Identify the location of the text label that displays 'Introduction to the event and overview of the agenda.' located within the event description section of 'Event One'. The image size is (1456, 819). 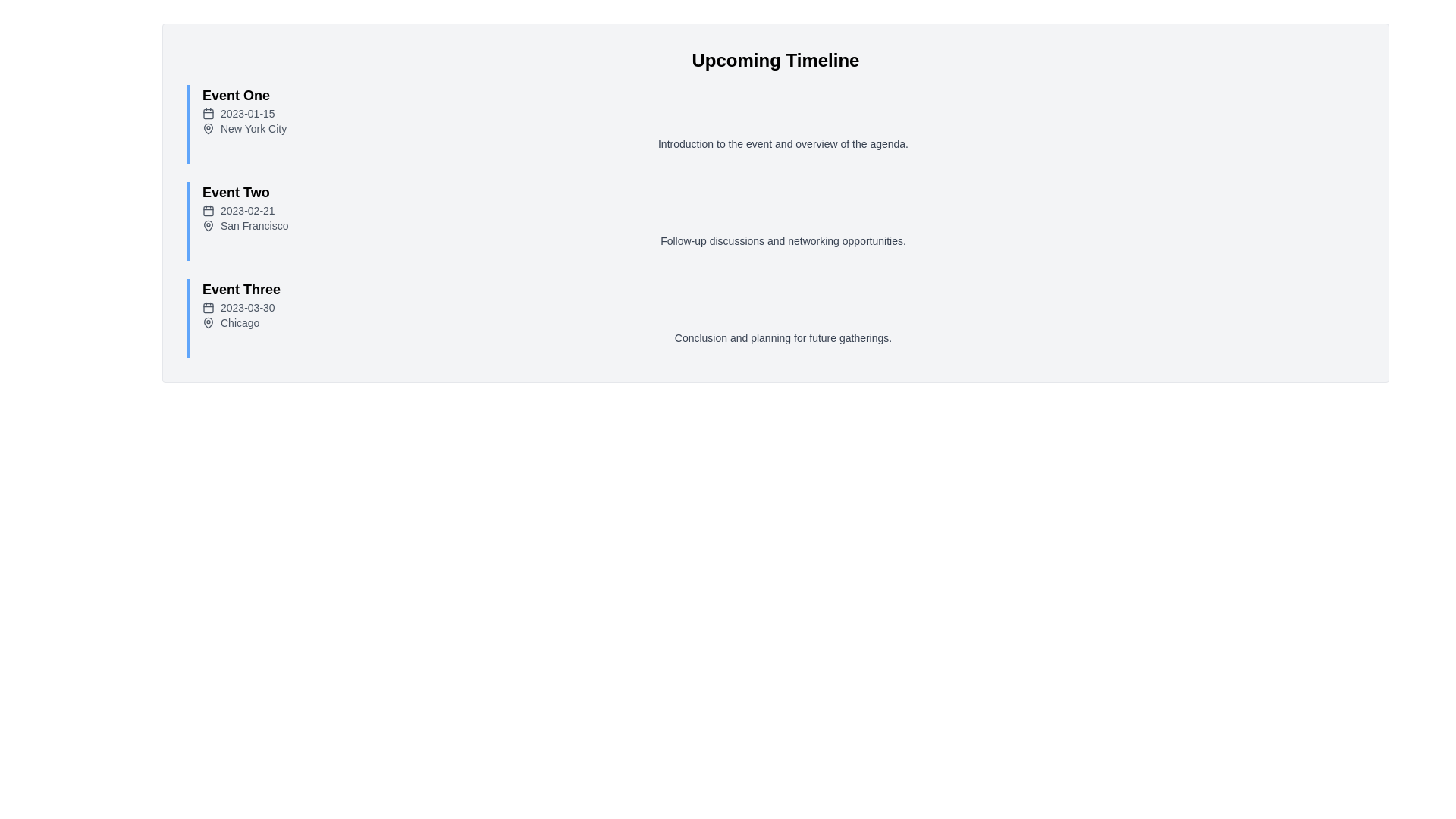
(783, 143).